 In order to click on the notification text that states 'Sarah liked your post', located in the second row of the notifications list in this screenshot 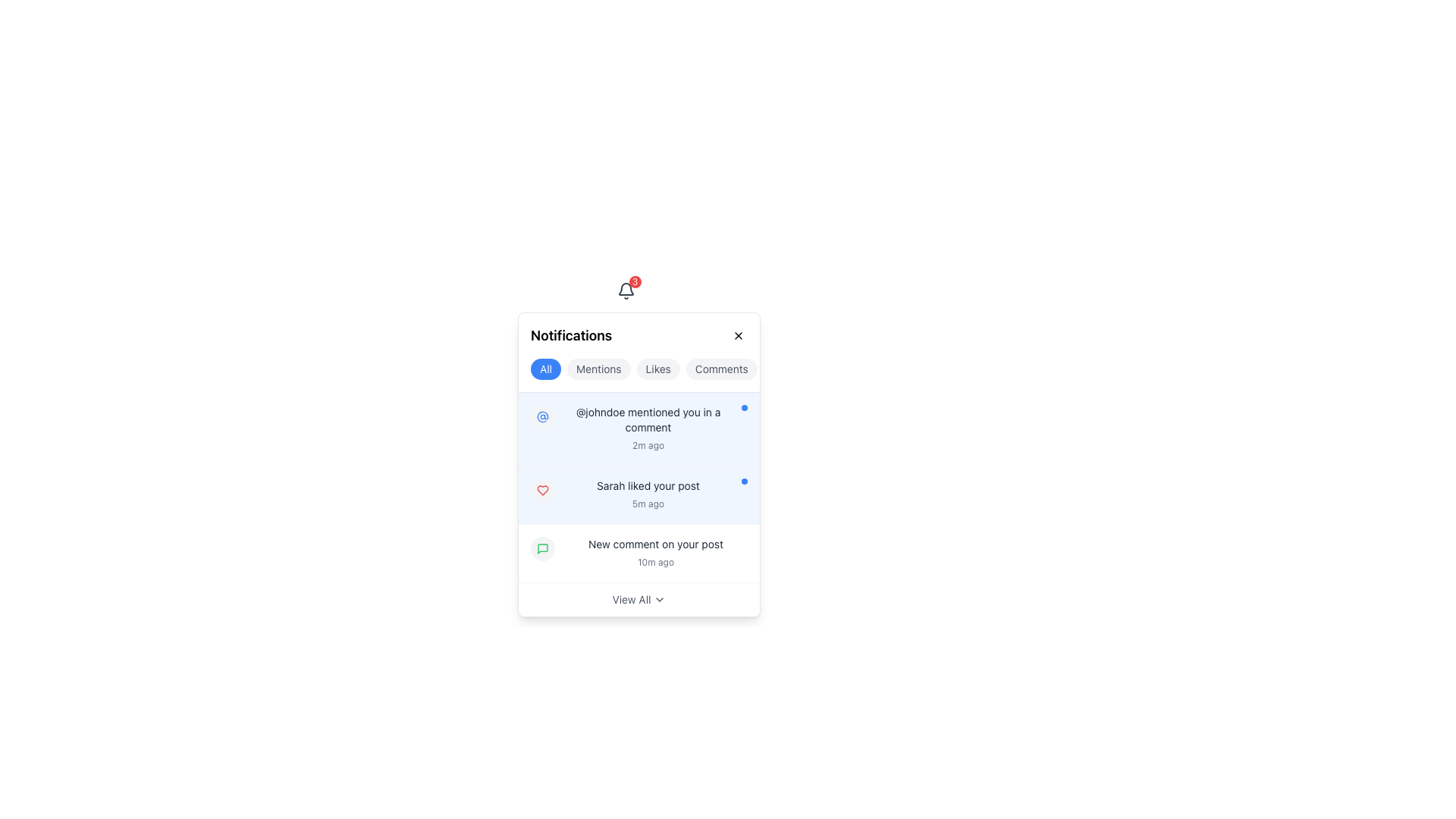, I will do `click(648, 485)`.